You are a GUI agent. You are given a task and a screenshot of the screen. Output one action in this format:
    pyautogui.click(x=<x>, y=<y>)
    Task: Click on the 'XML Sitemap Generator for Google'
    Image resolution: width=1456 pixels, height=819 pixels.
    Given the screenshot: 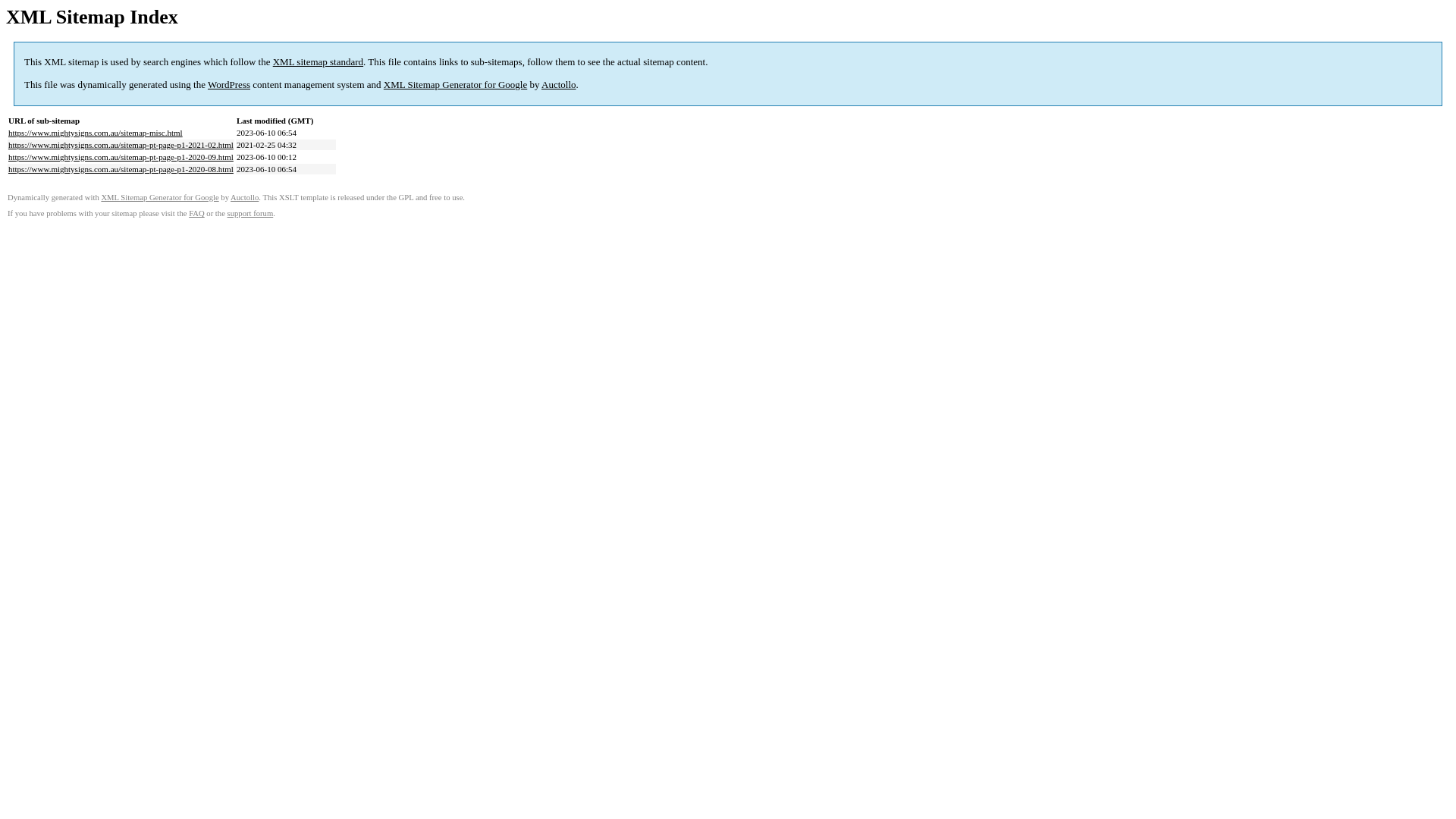 What is the action you would take?
    pyautogui.click(x=159, y=196)
    